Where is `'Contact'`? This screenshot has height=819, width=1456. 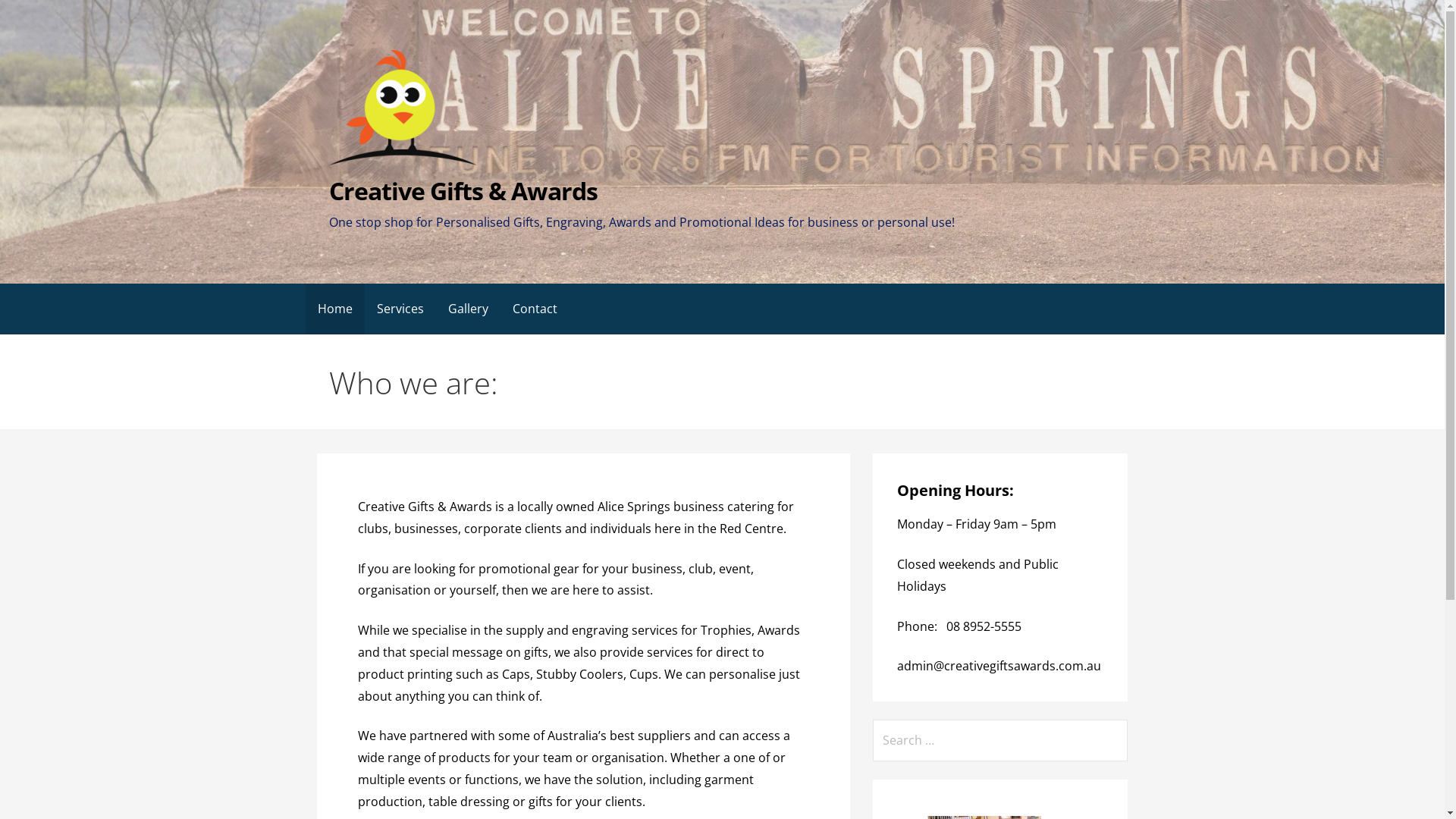
'Contact' is located at coordinates (535, 308).